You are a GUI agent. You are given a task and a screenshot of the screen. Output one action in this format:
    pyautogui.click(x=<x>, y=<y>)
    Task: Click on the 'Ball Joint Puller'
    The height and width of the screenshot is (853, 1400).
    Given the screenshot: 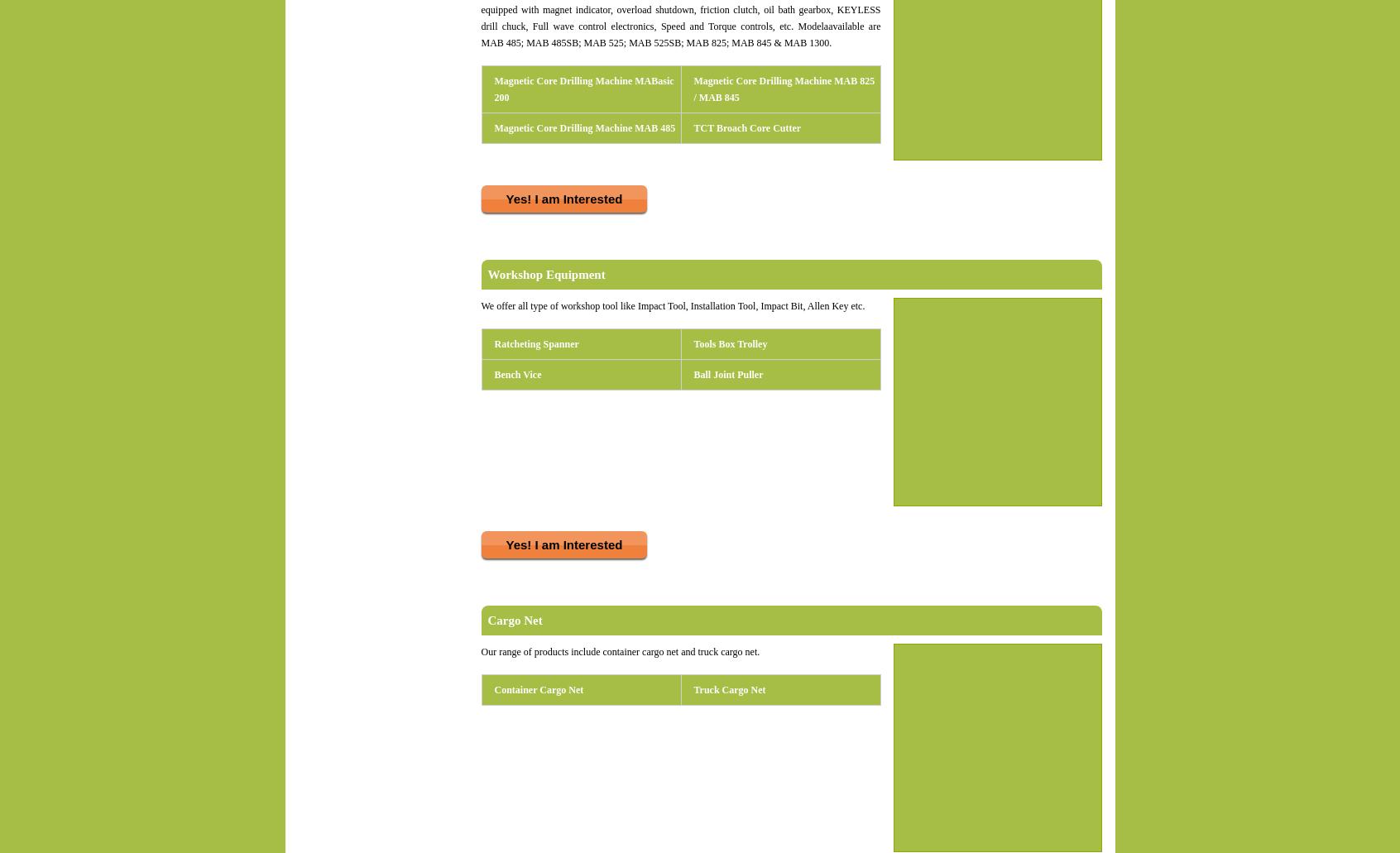 What is the action you would take?
    pyautogui.click(x=727, y=375)
    